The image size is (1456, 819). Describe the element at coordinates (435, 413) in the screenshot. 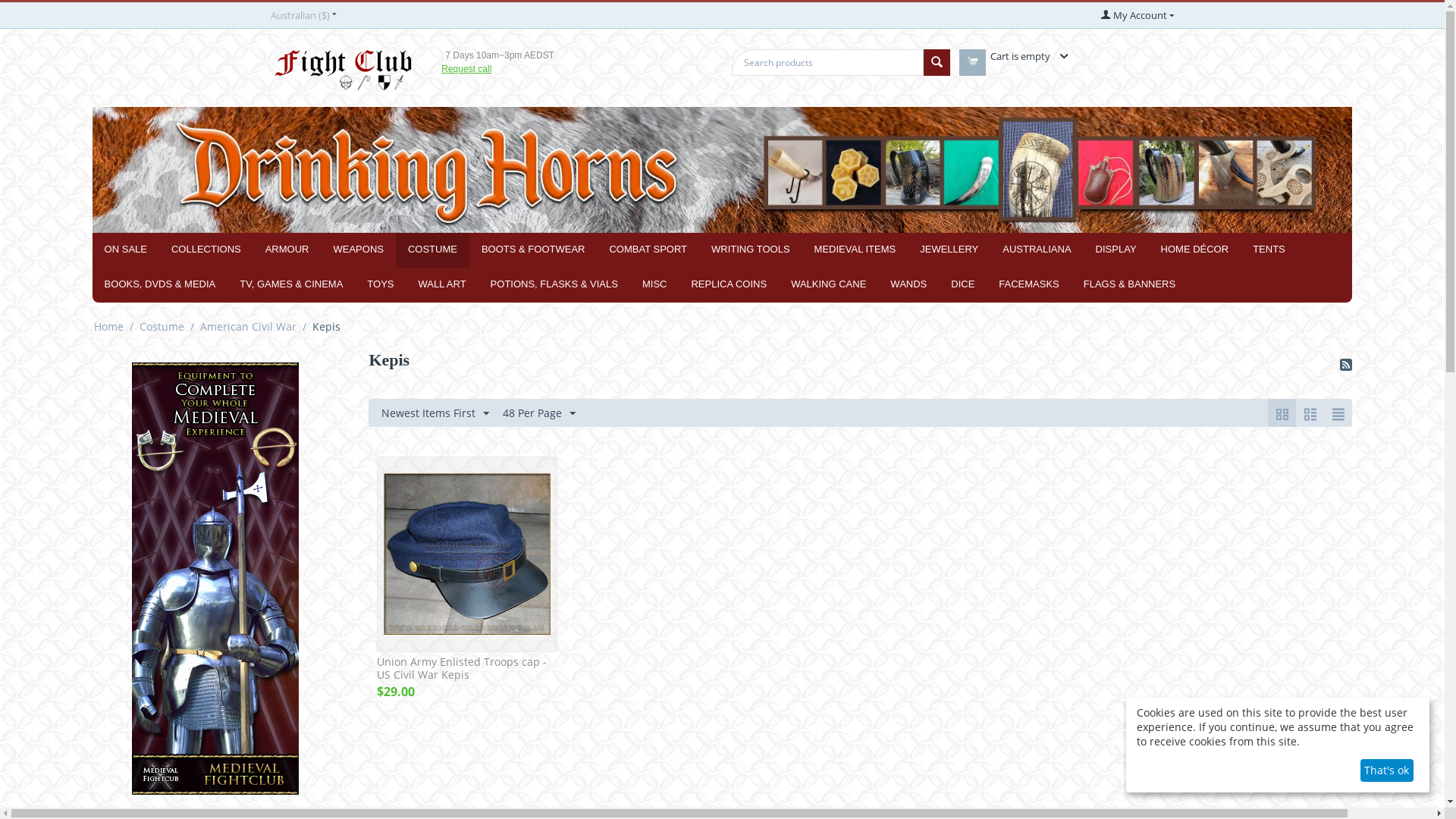

I see `'Newest Items First'` at that location.